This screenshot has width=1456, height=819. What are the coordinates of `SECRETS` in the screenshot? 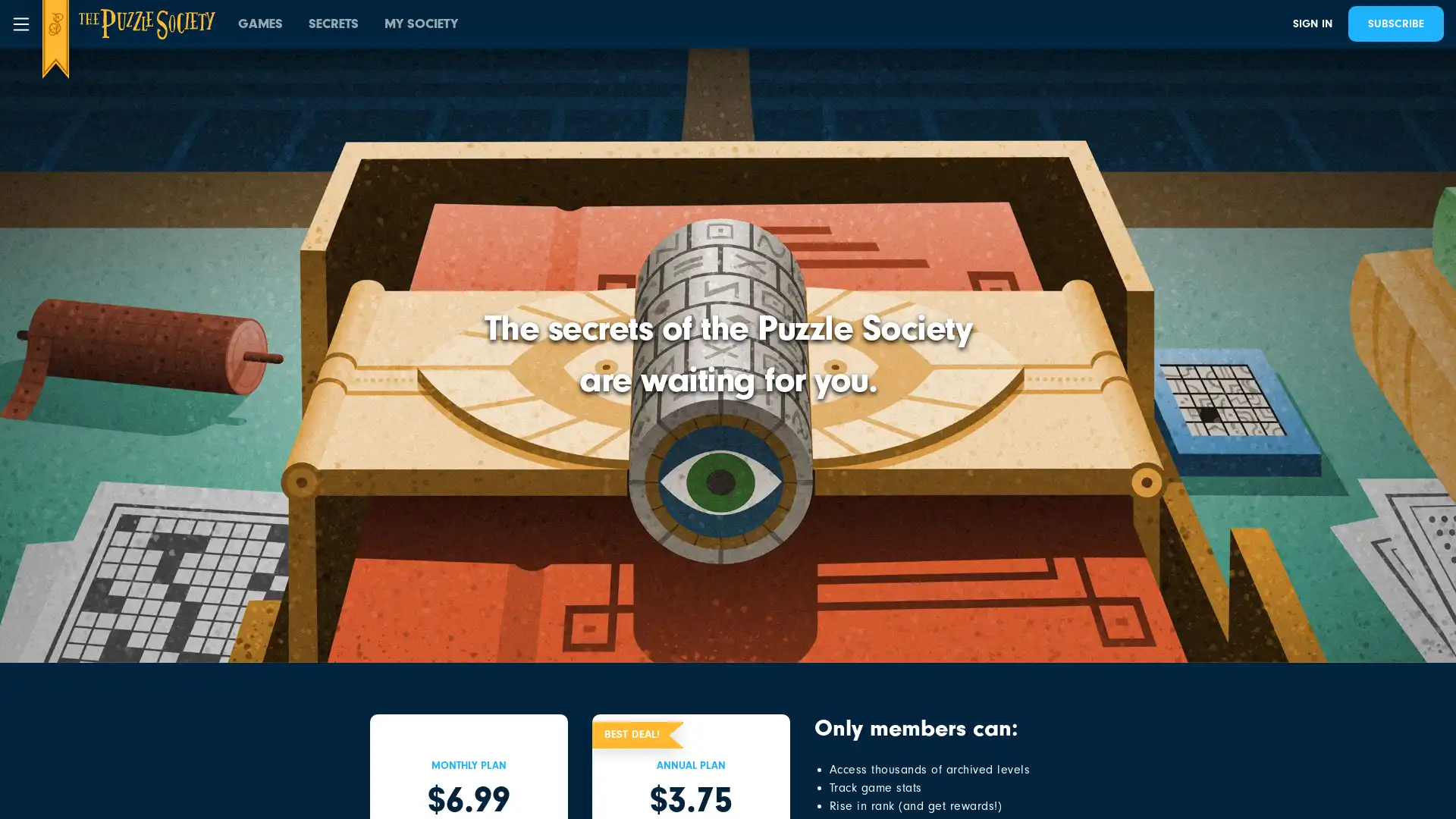 It's located at (333, 24).